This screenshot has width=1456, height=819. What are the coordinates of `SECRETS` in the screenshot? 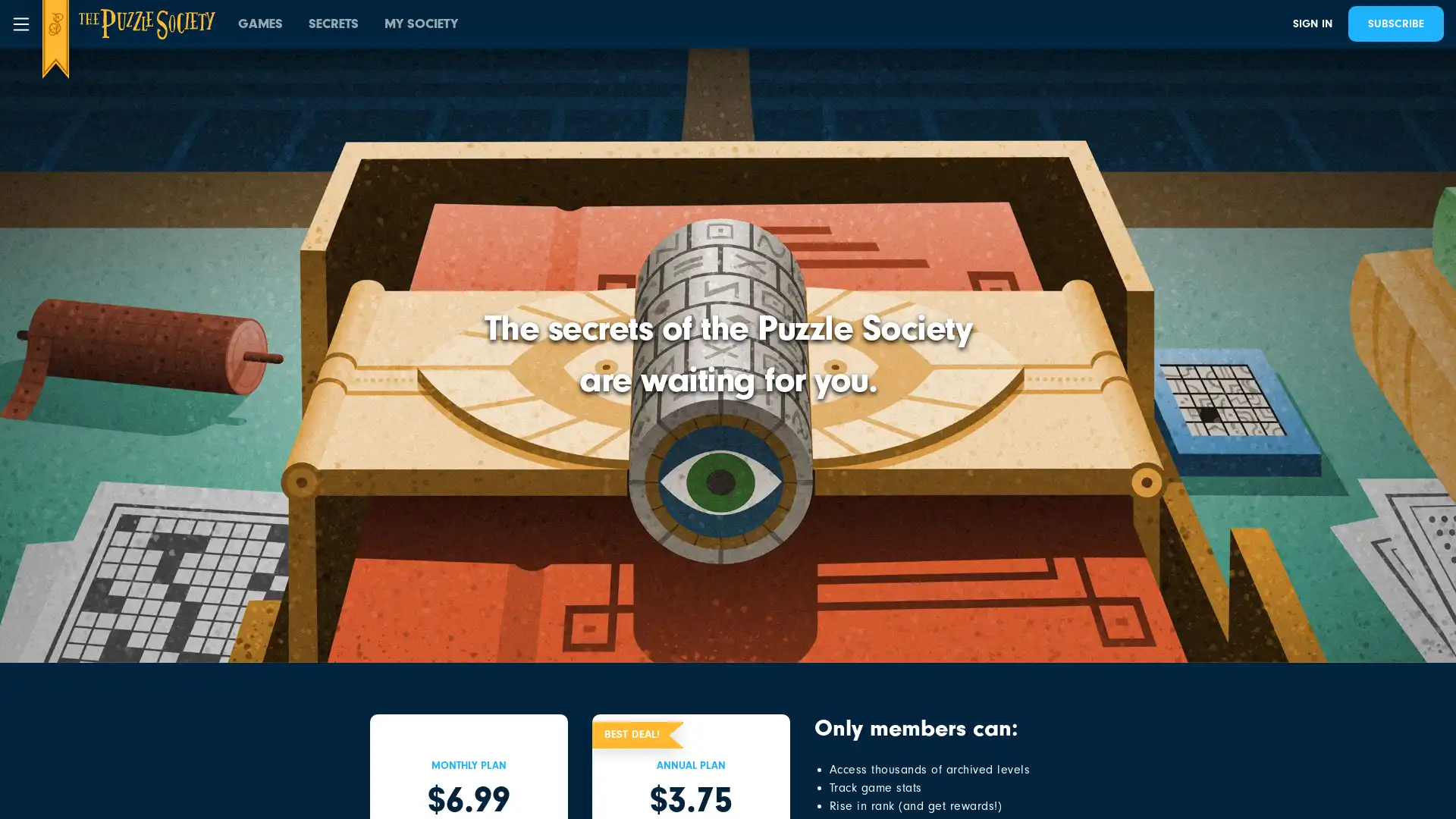 It's located at (333, 24).